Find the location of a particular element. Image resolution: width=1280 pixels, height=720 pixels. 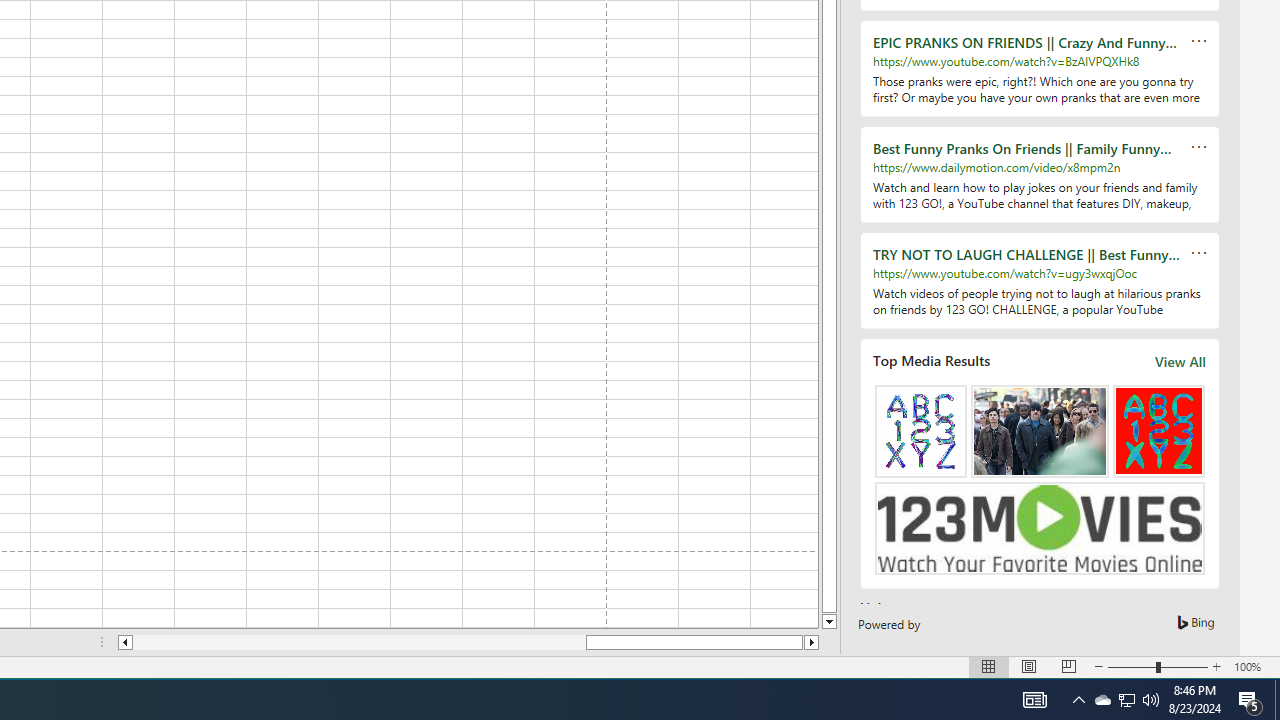

'Notification Chevron' is located at coordinates (1078, 698).